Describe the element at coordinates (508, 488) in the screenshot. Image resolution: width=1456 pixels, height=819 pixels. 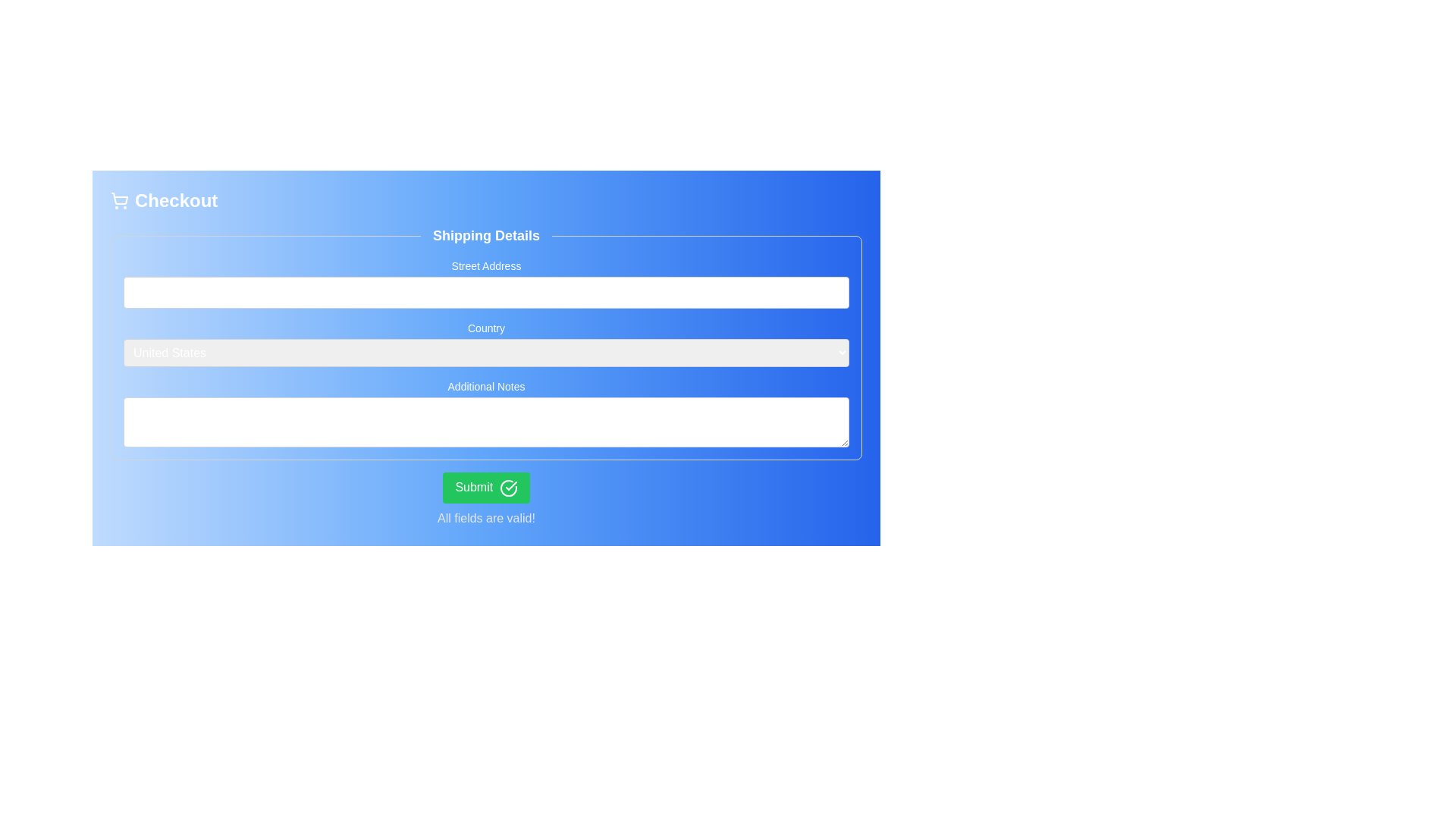
I see `the 'Submit' button that contains the visual indicator of successful submission, located at the bottom center of the form layout` at that location.